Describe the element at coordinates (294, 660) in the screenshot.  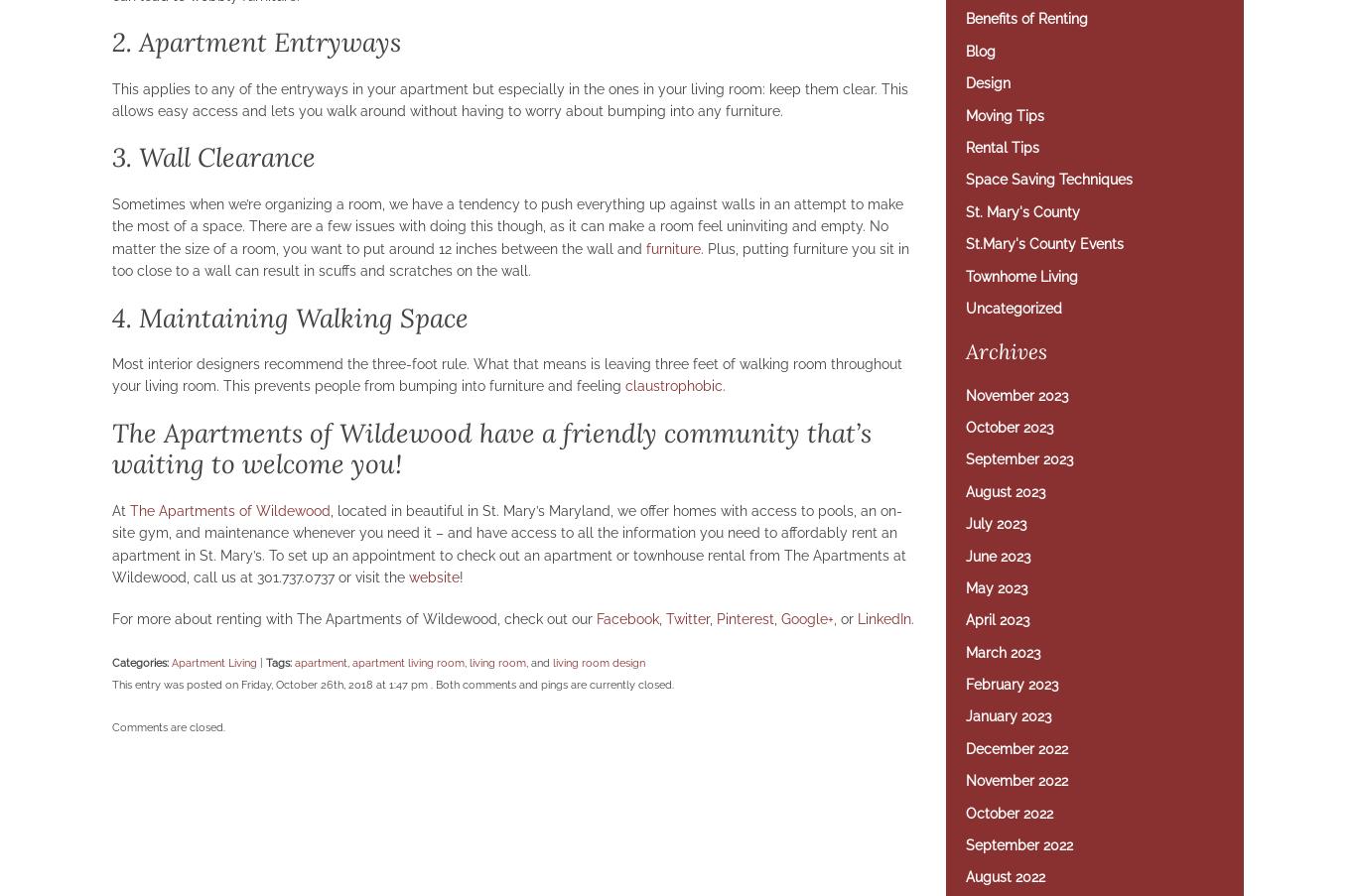
I see `'apartment'` at that location.